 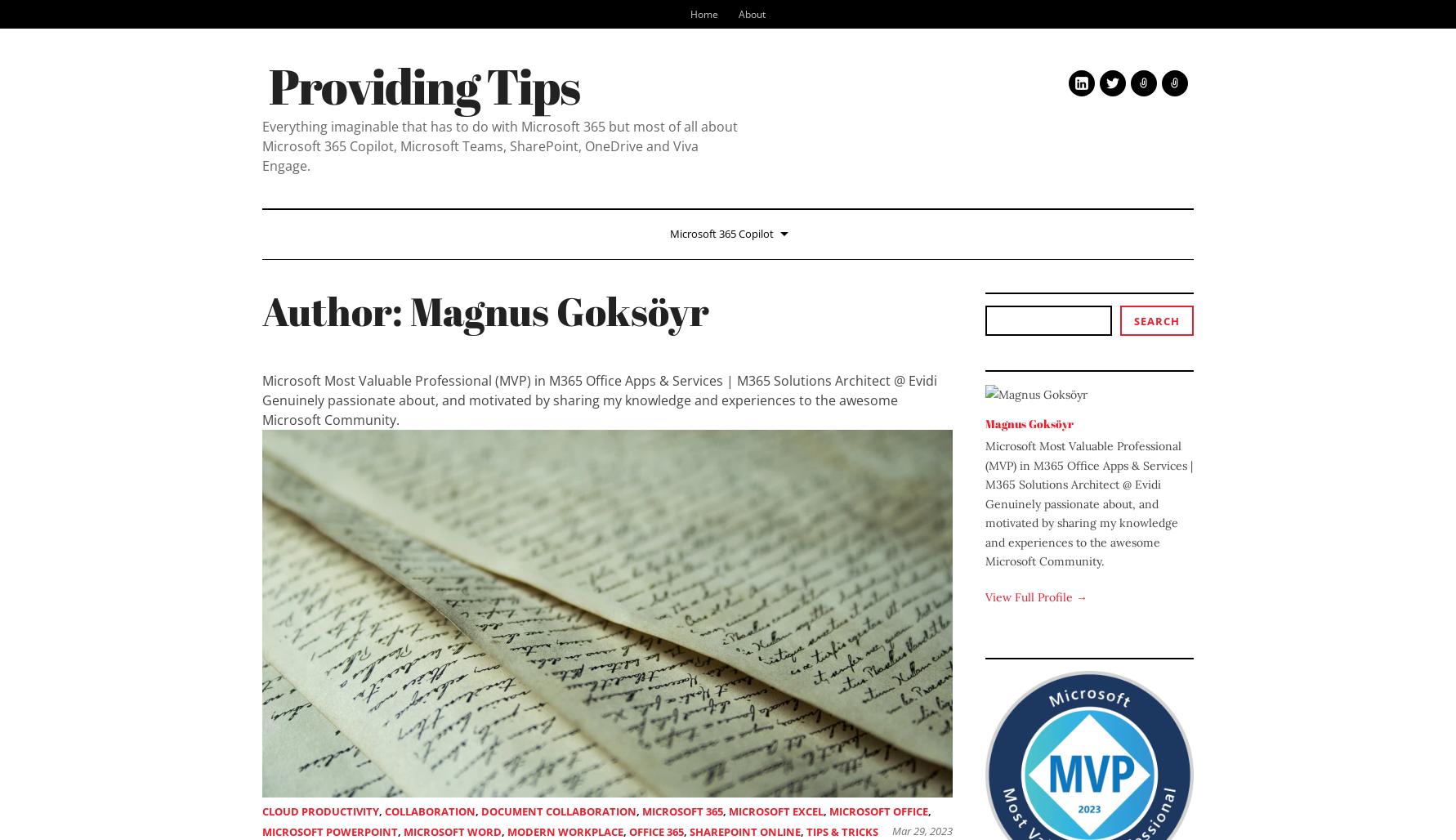 I want to click on 'Mar 29, 2023', so click(x=922, y=830).